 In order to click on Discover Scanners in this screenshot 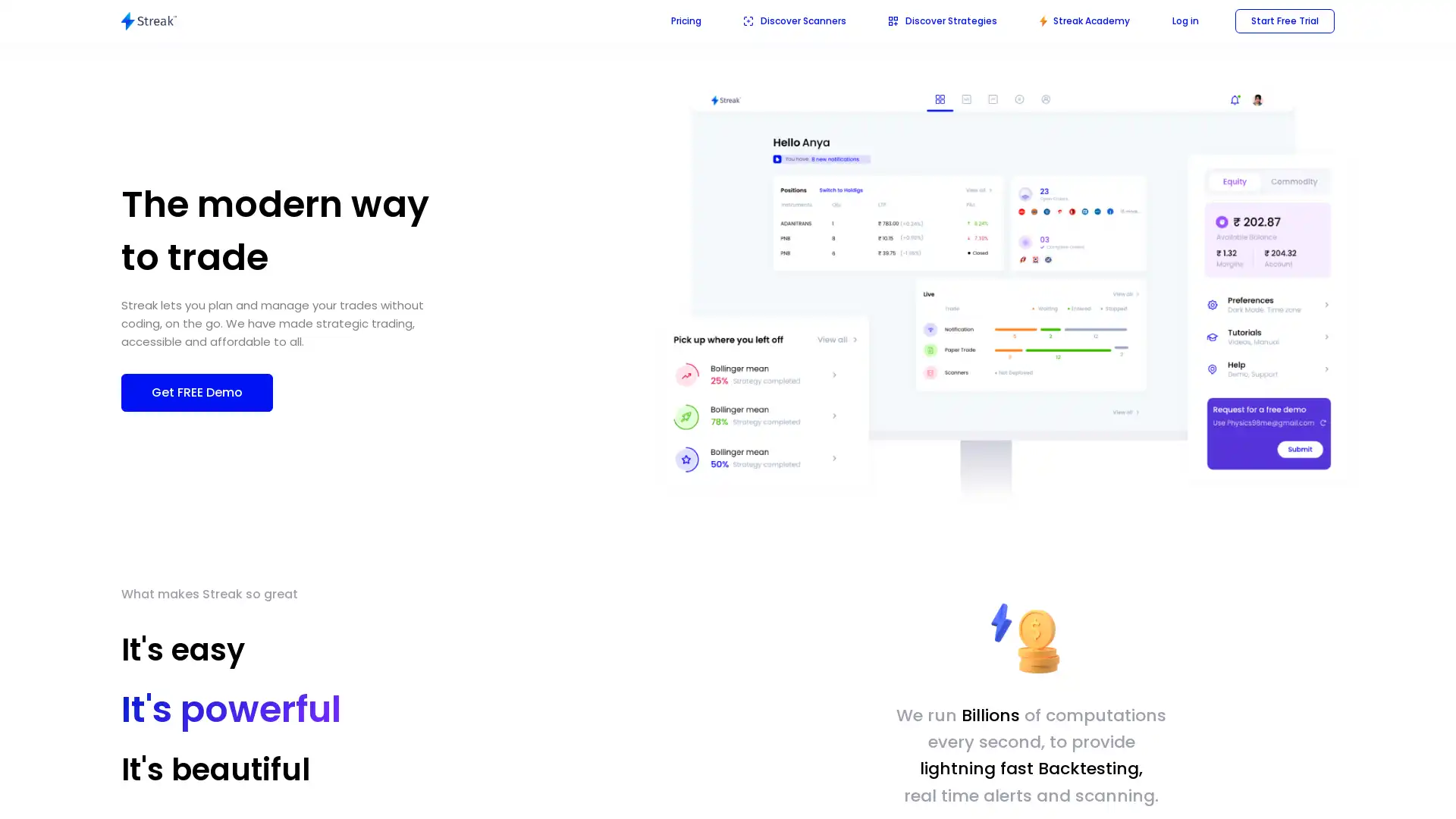, I will do `click(794, 20)`.